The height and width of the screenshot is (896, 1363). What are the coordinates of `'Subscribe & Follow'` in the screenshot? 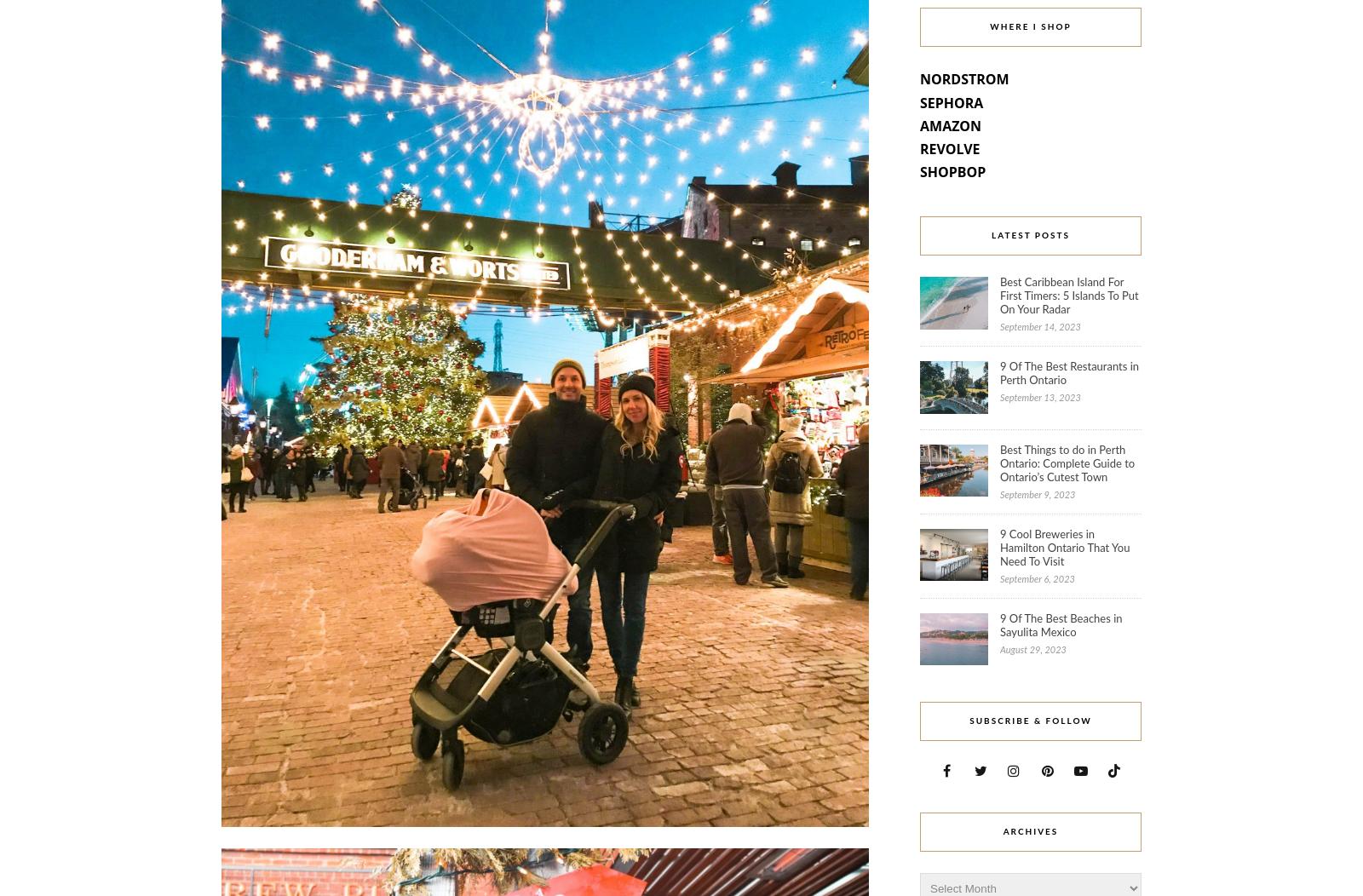 It's located at (969, 720).